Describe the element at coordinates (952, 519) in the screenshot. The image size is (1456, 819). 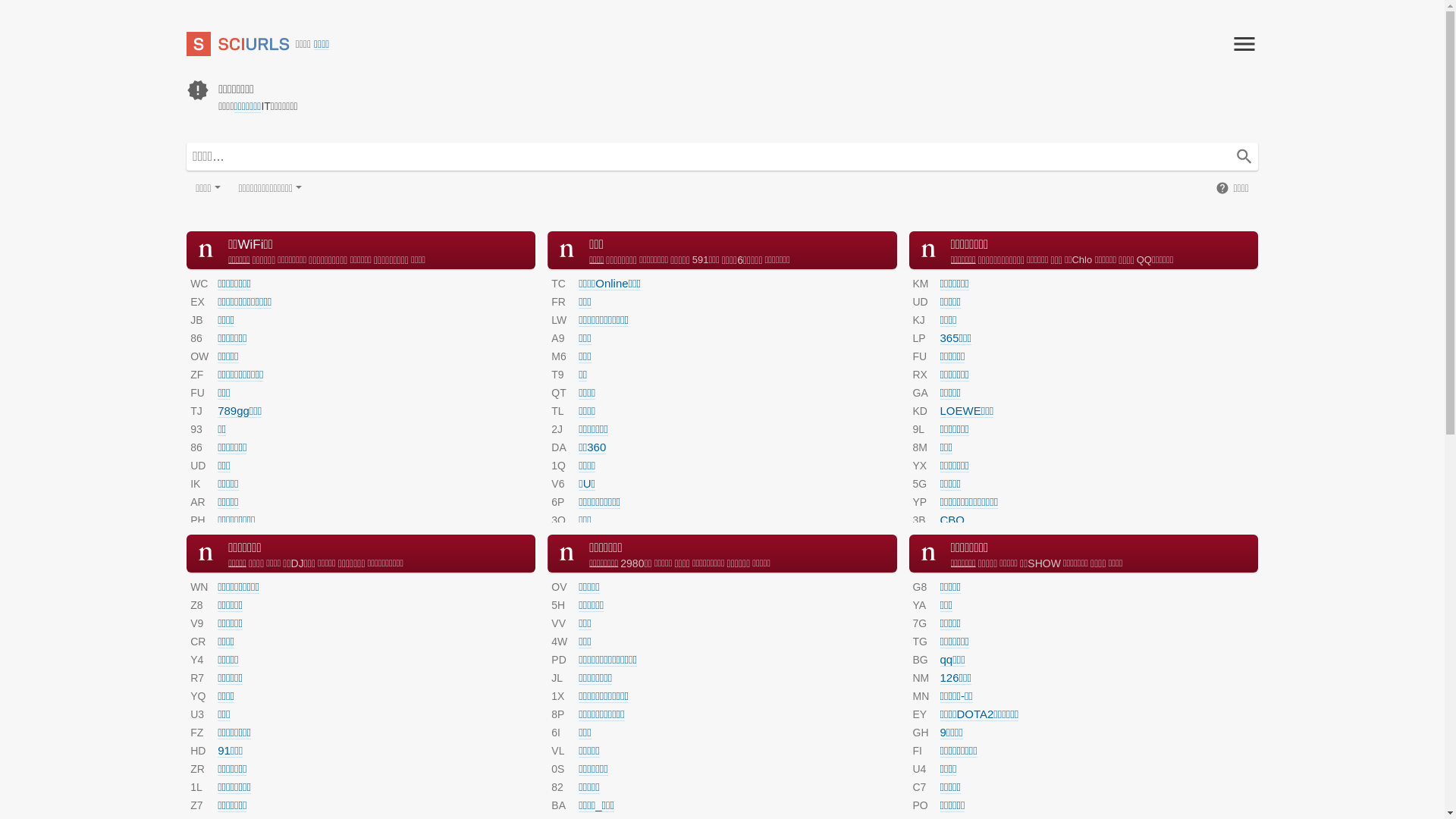
I see `'CBO'` at that location.